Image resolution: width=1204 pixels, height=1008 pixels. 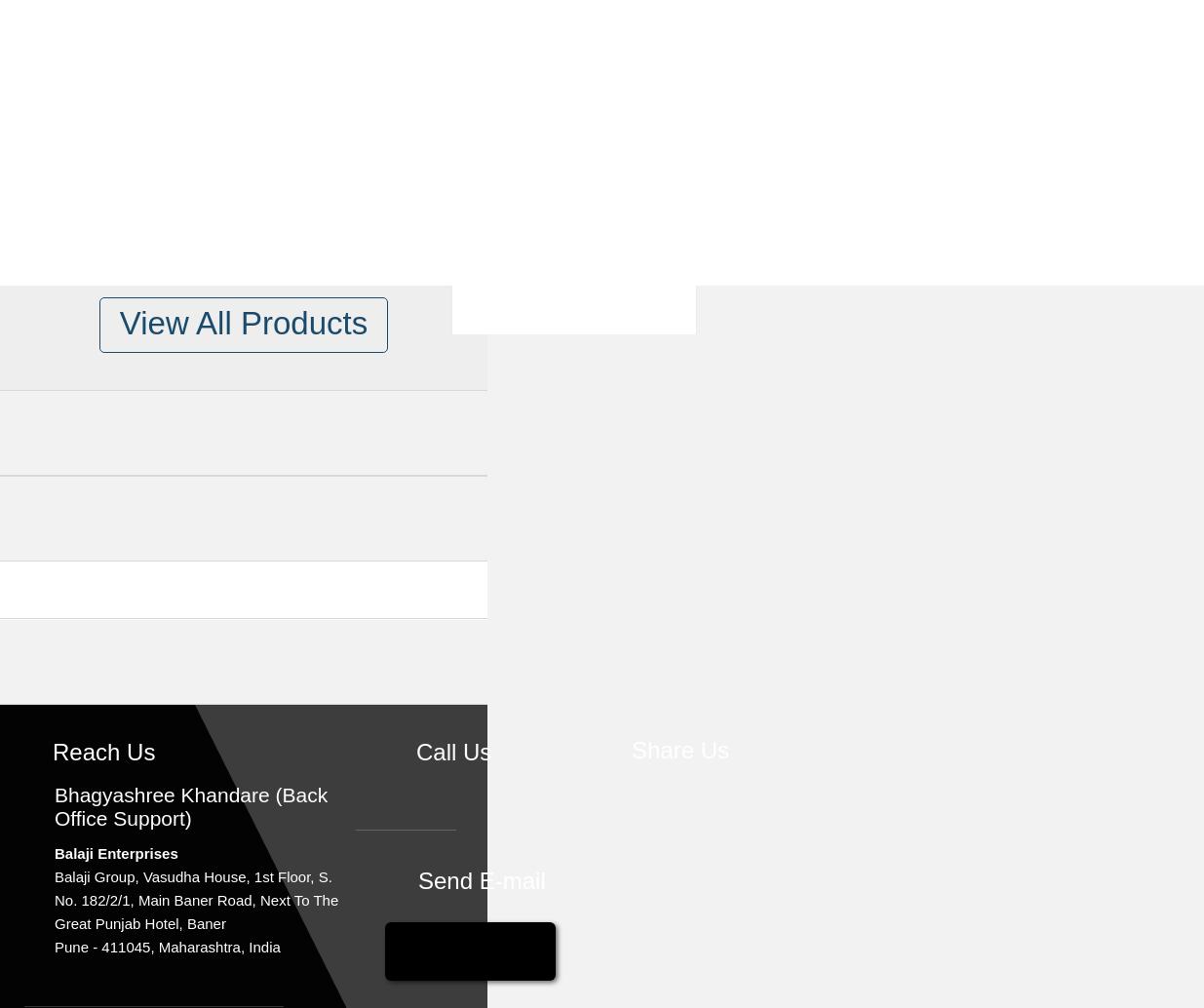 What do you see at coordinates (458, 532) in the screenshot?
I see `'Gloves Against Mechanical Risk'` at bounding box center [458, 532].